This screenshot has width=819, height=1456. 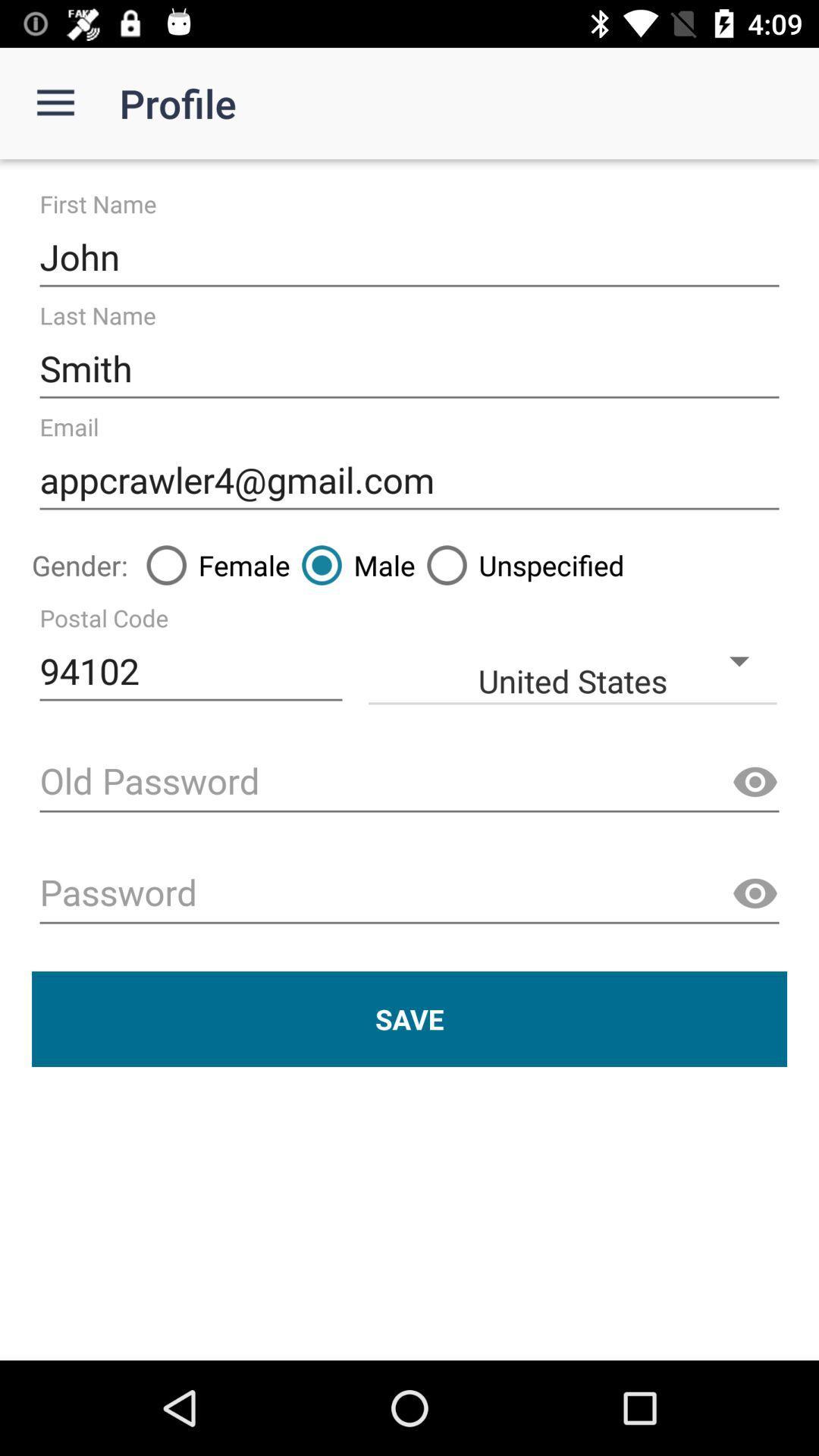 What do you see at coordinates (409, 894) in the screenshot?
I see `password` at bounding box center [409, 894].